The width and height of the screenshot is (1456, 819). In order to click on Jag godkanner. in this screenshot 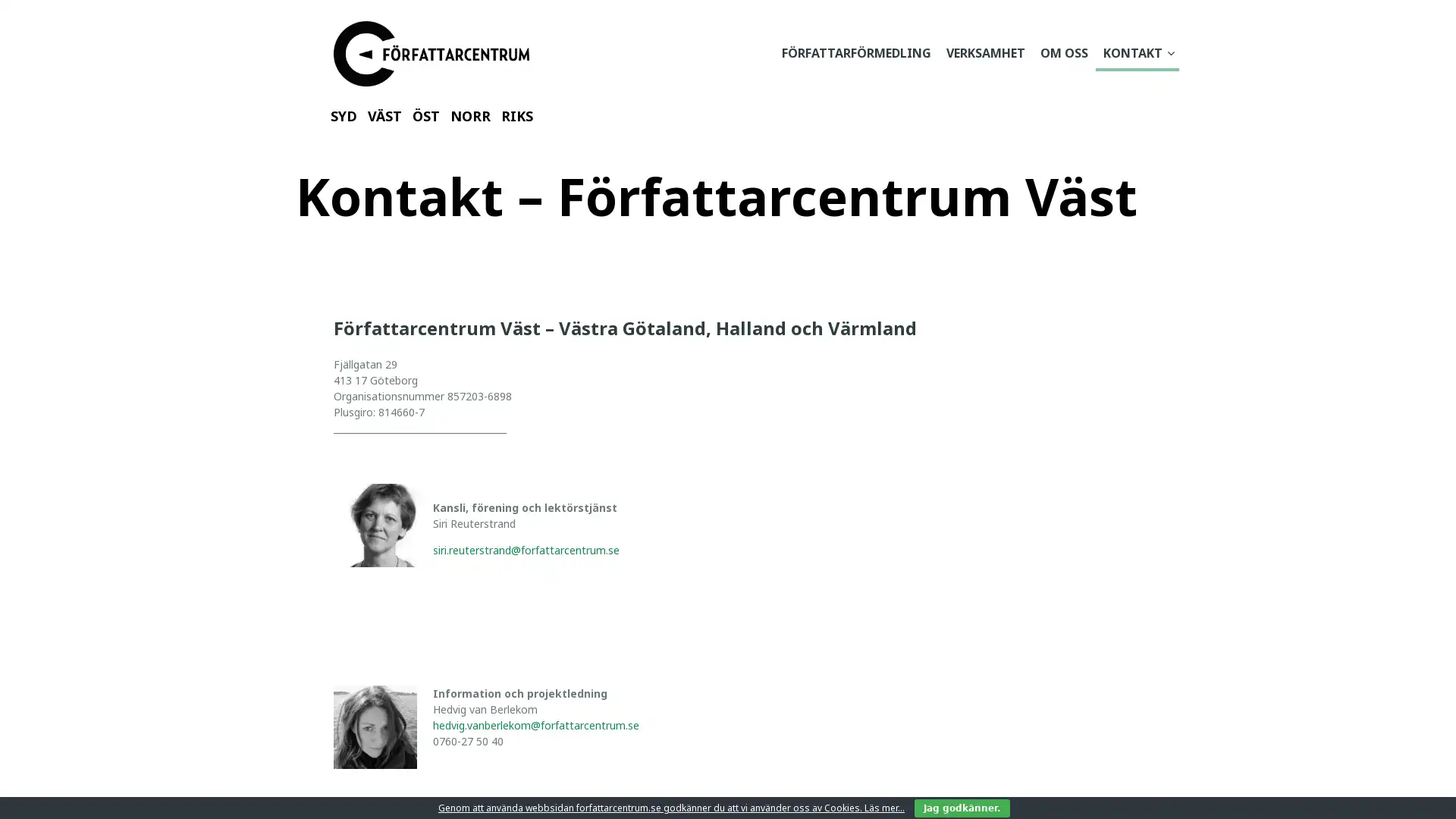, I will do `click(961, 807)`.